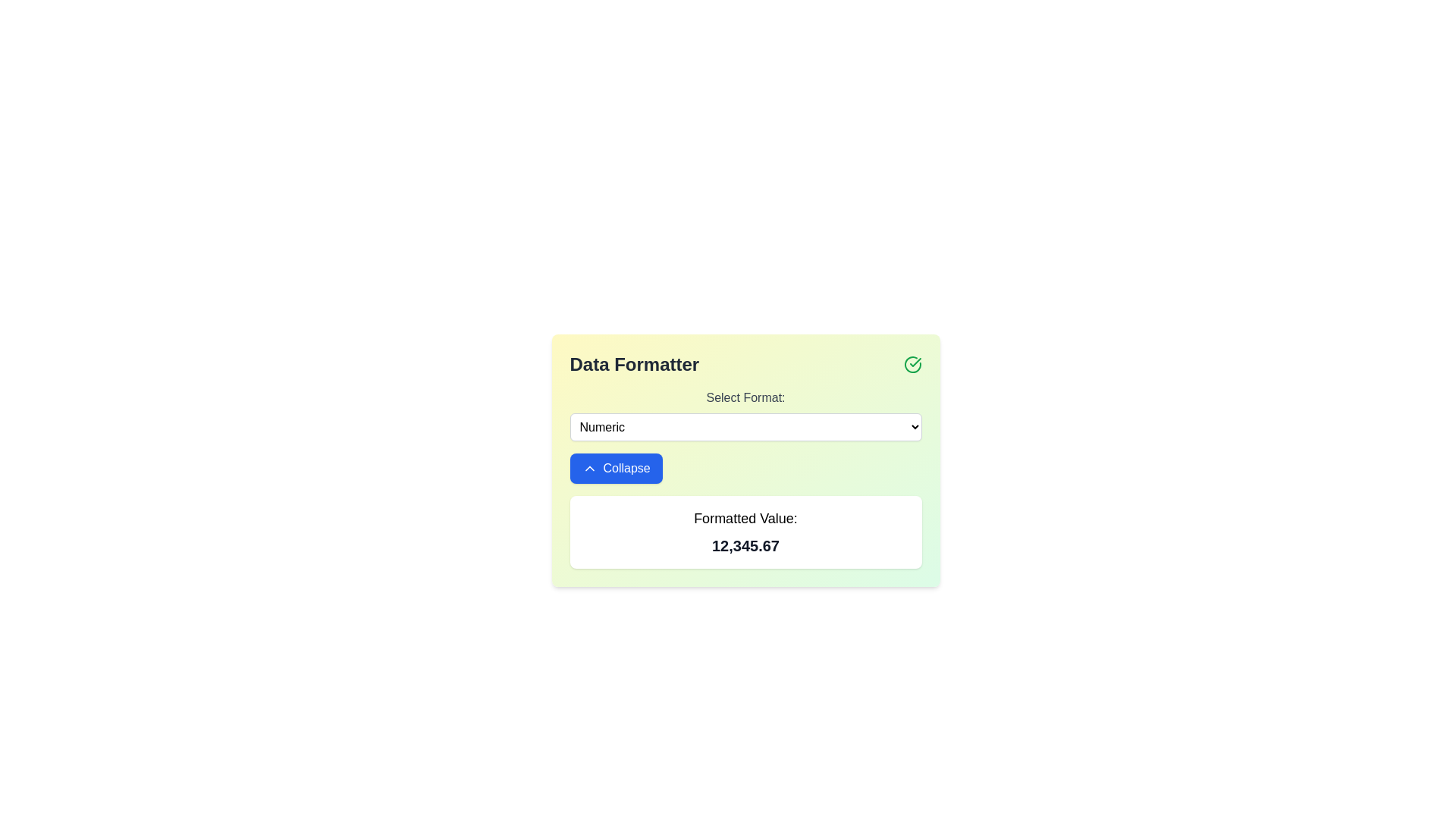 This screenshot has width=1456, height=819. Describe the element at coordinates (914, 362) in the screenshot. I see `the green checkmark icon within the circular boundary located in the top-right corner of the 'Data Formatter' panel` at that location.